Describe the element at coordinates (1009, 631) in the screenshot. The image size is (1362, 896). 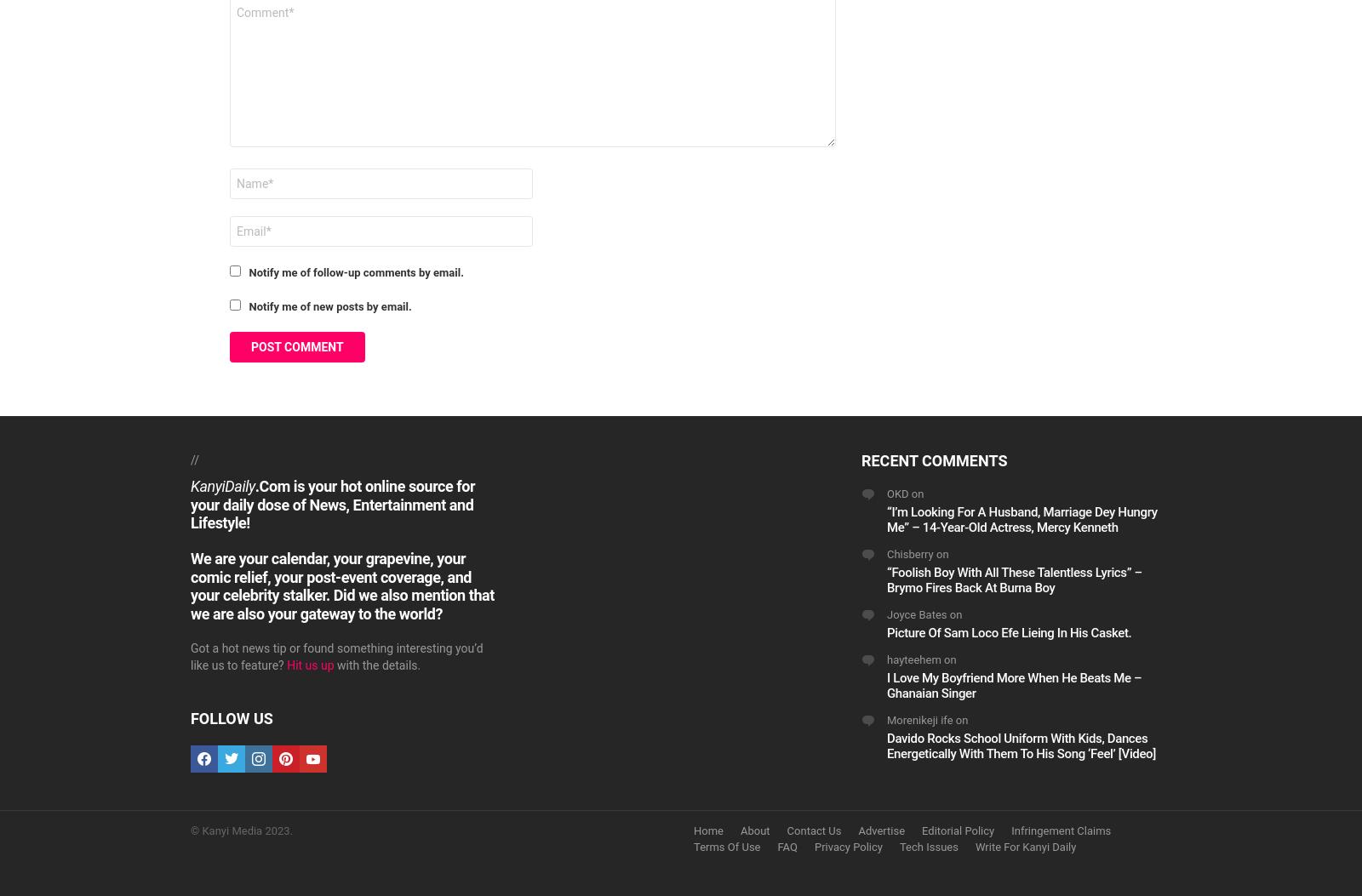
I see `'Picture Of Sam Loco Efe Lieing In His Casket.'` at that location.